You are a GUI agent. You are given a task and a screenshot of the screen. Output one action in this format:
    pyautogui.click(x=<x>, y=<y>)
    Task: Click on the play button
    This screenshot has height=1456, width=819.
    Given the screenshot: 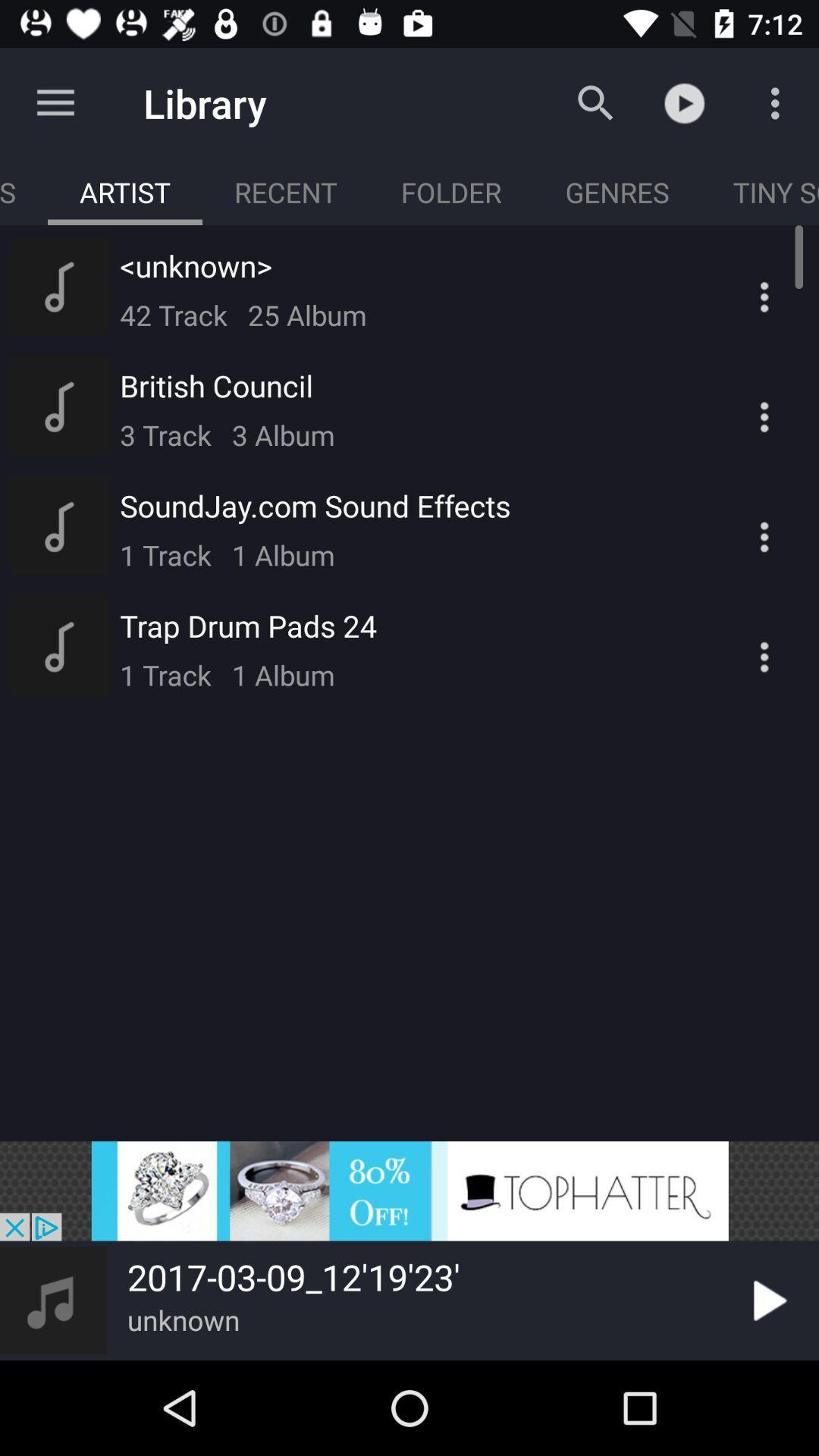 What is the action you would take?
    pyautogui.click(x=767, y=1300)
    